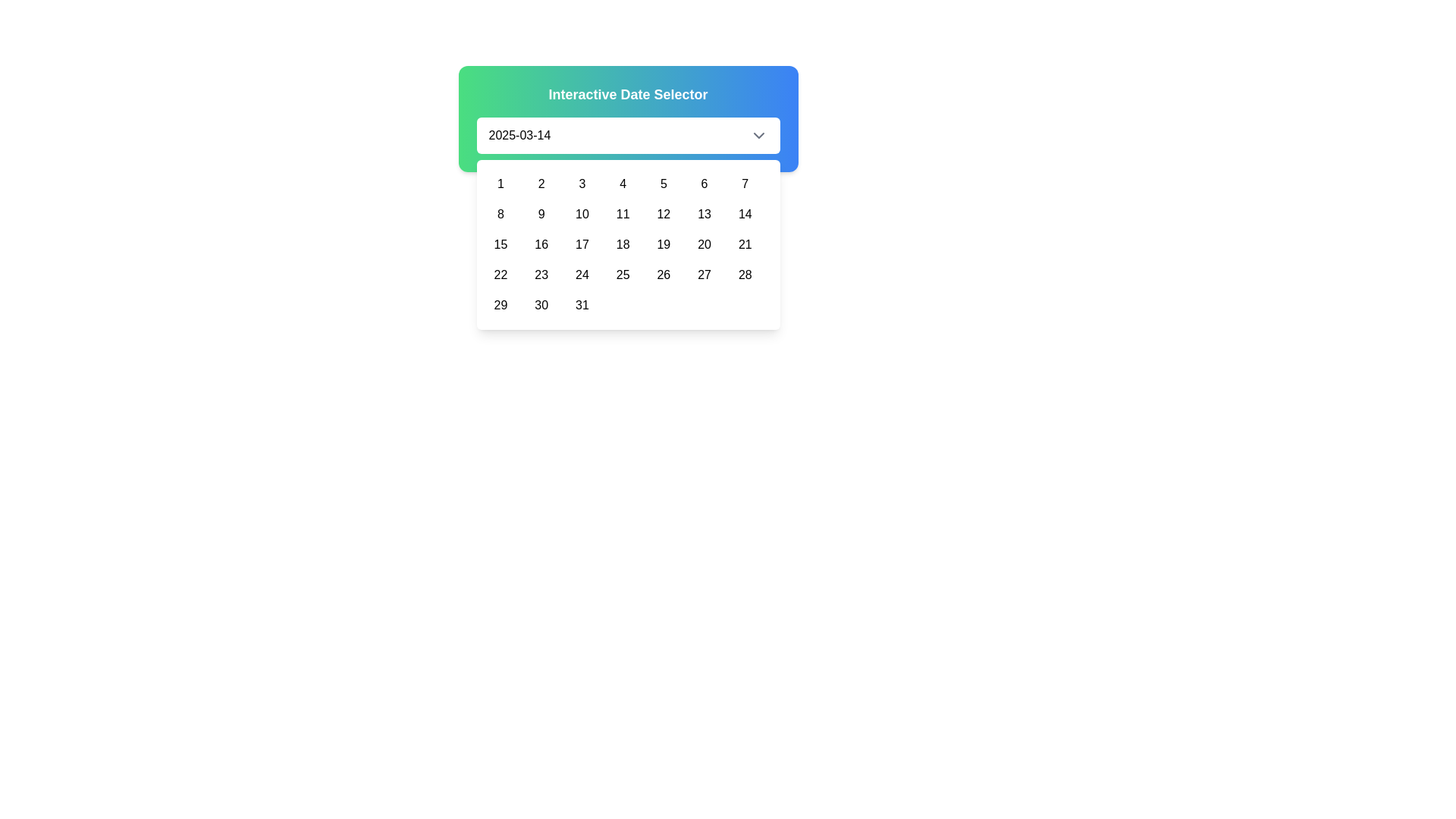 This screenshot has height=819, width=1456. I want to click on the button representing the date '14' in the calendar widget, located in the second row and seventh position of the grid layout, so click(745, 214).